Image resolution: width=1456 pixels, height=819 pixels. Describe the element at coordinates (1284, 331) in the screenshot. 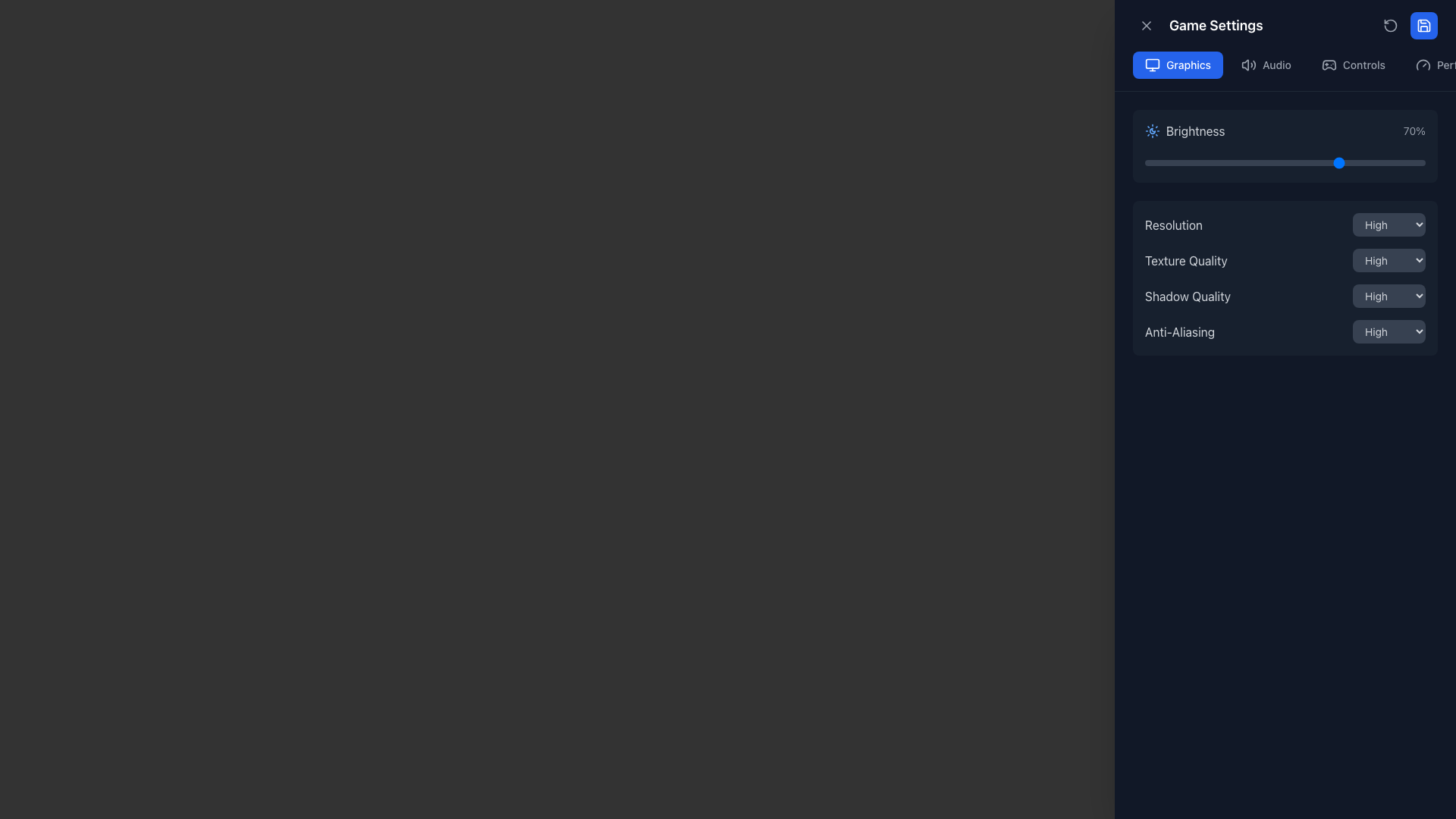

I see `a specific anti-aliasing level from the dropdown menu located in the bottom section of the settings panel, which is the fourth entry after 'Resolution', 'Texture Quality', and 'Shadow Quality'` at that location.